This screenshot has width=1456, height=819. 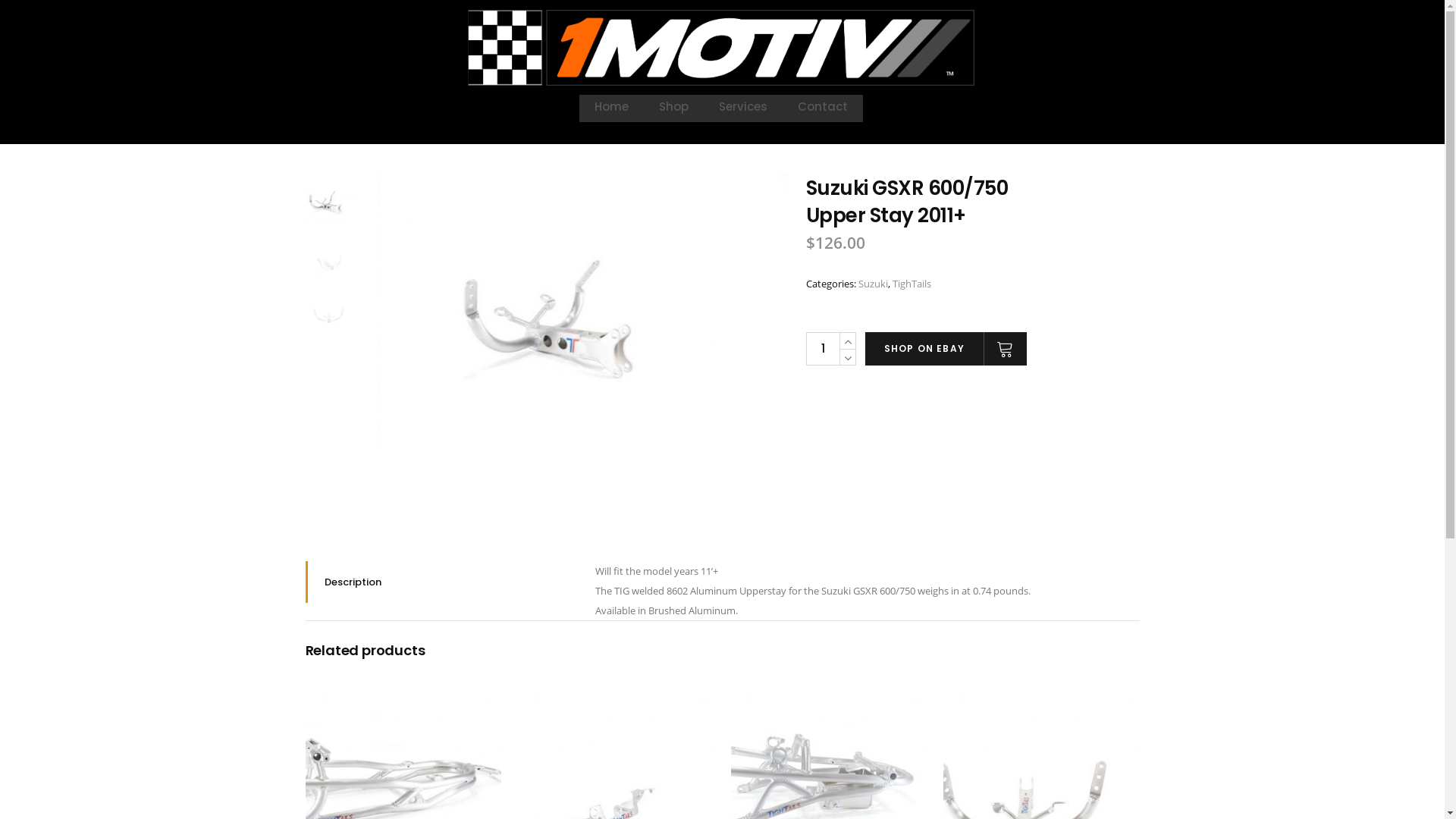 What do you see at coordinates (821, 348) in the screenshot?
I see `'Qty'` at bounding box center [821, 348].